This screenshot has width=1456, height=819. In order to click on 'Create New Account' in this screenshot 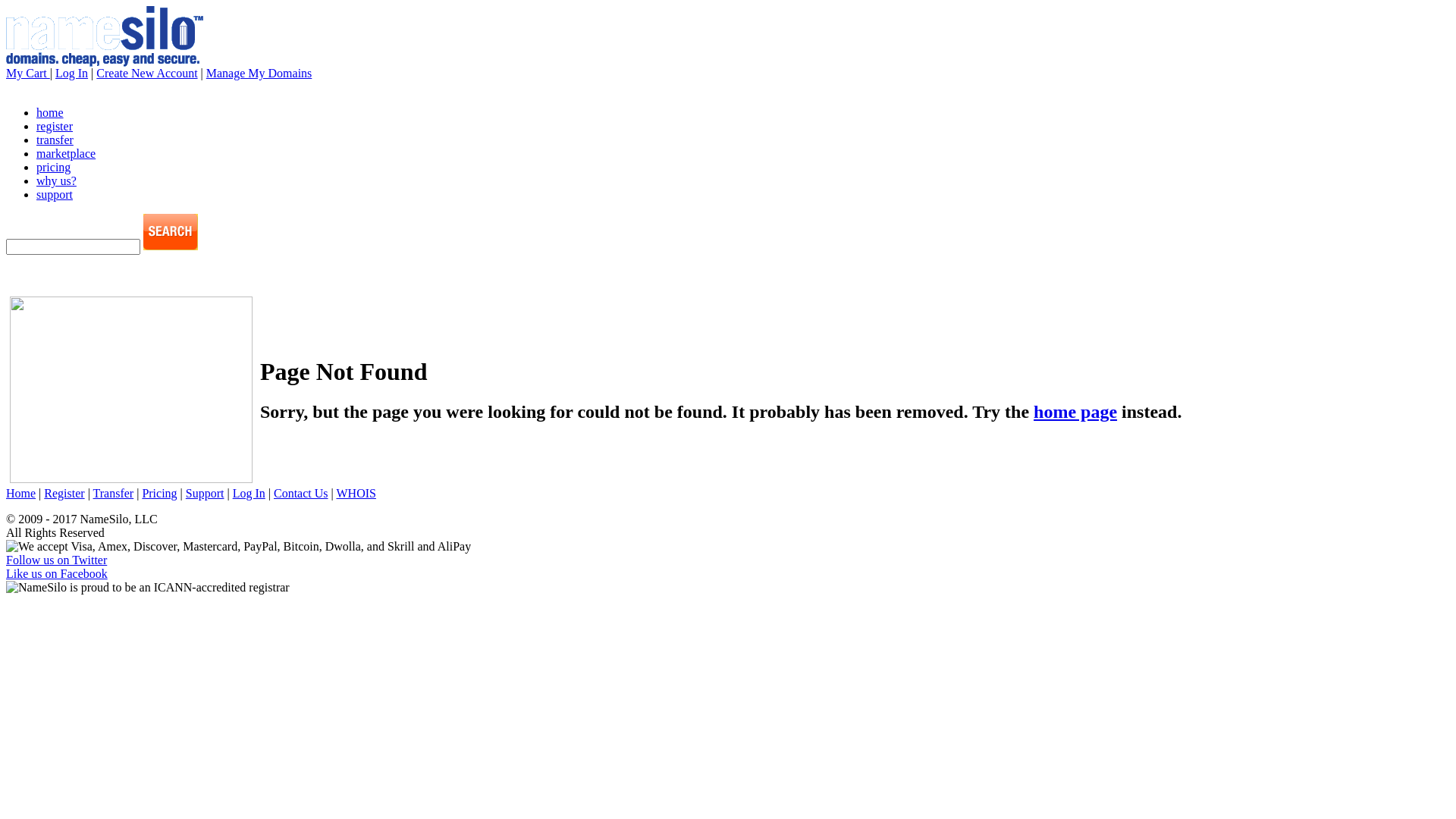, I will do `click(146, 73)`.